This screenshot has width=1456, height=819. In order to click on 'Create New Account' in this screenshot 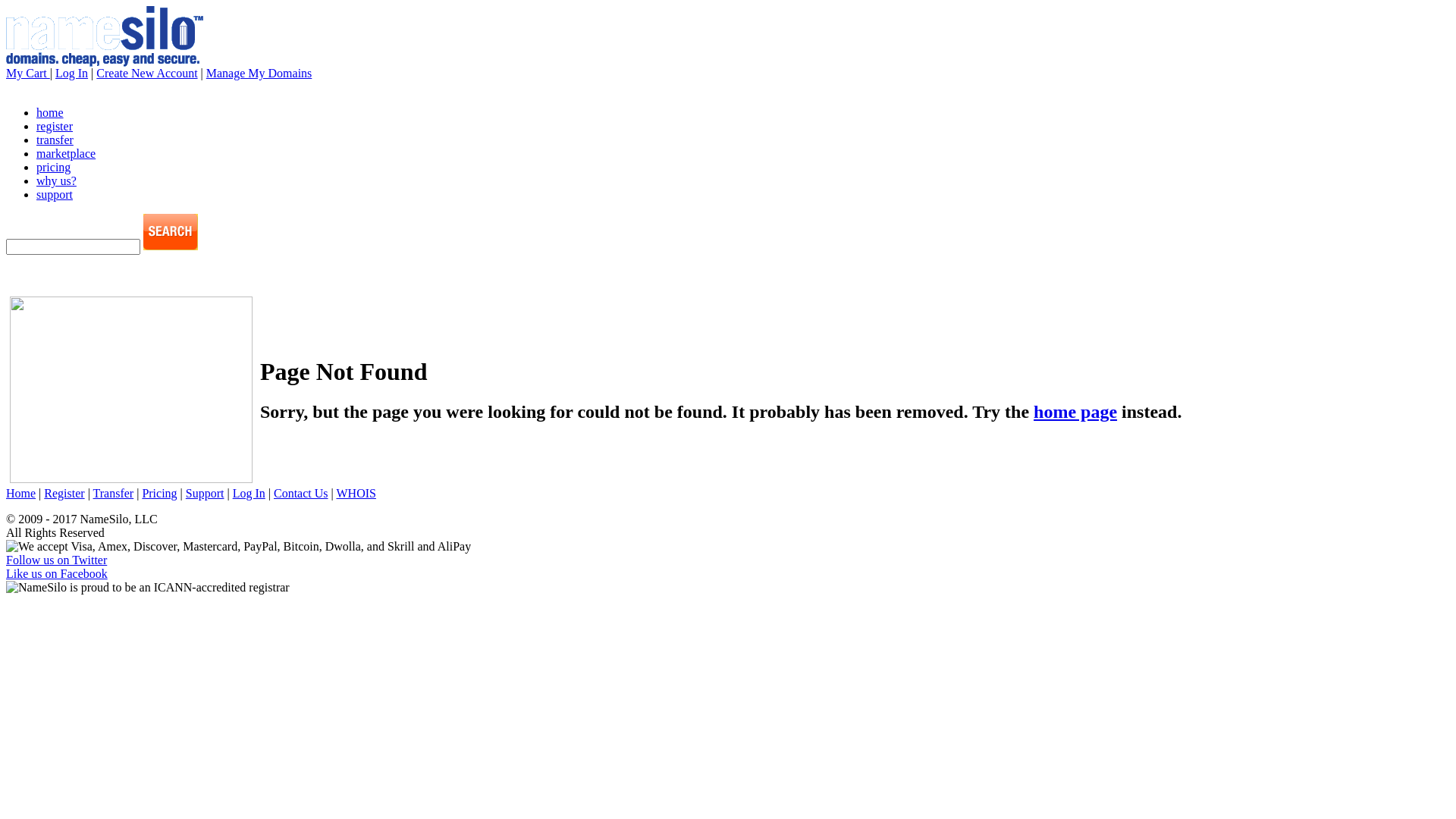, I will do `click(146, 73)`.